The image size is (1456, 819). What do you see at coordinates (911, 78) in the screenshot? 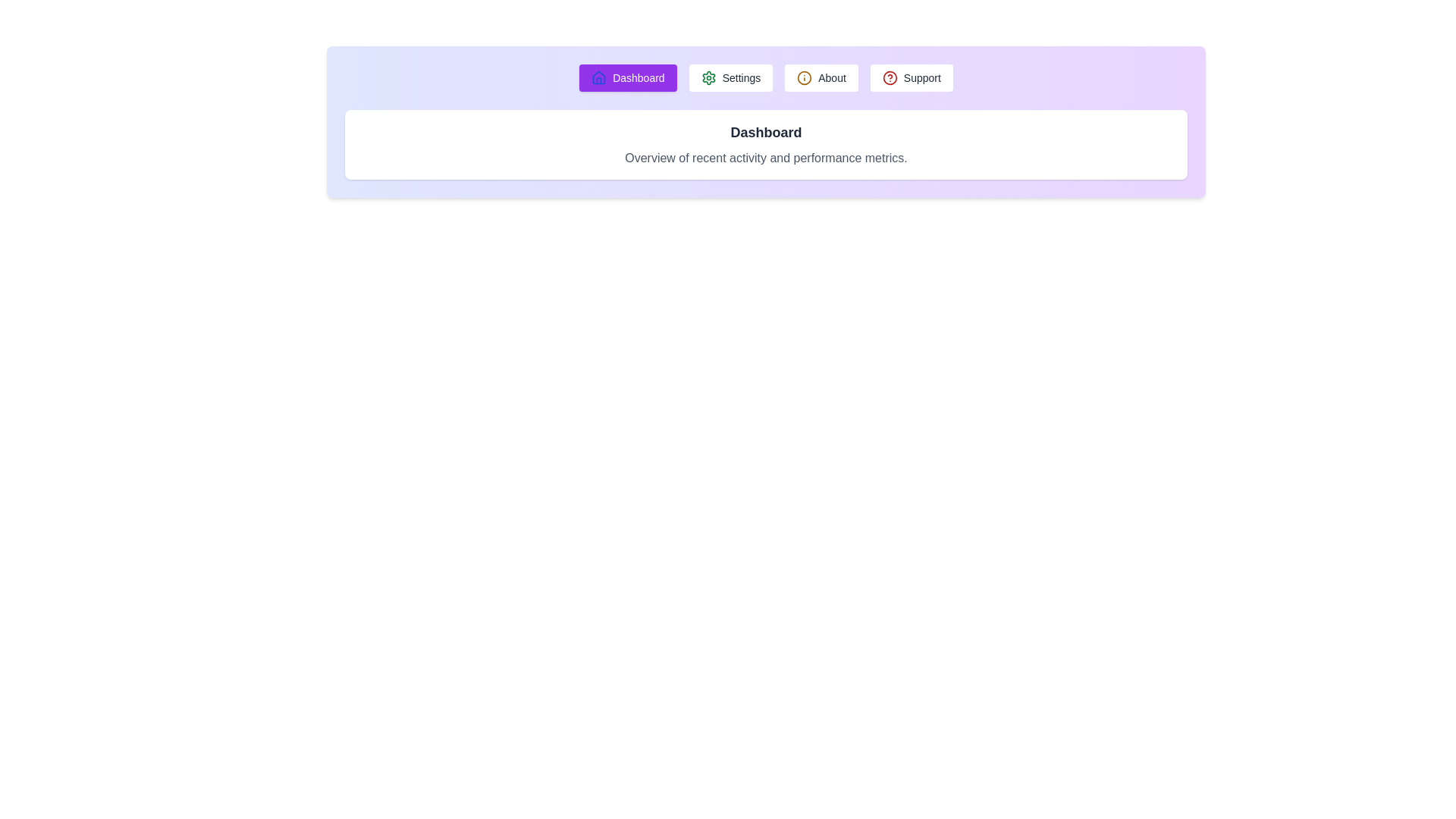
I see `the tab labeled Support` at bounding box center [911, 78].